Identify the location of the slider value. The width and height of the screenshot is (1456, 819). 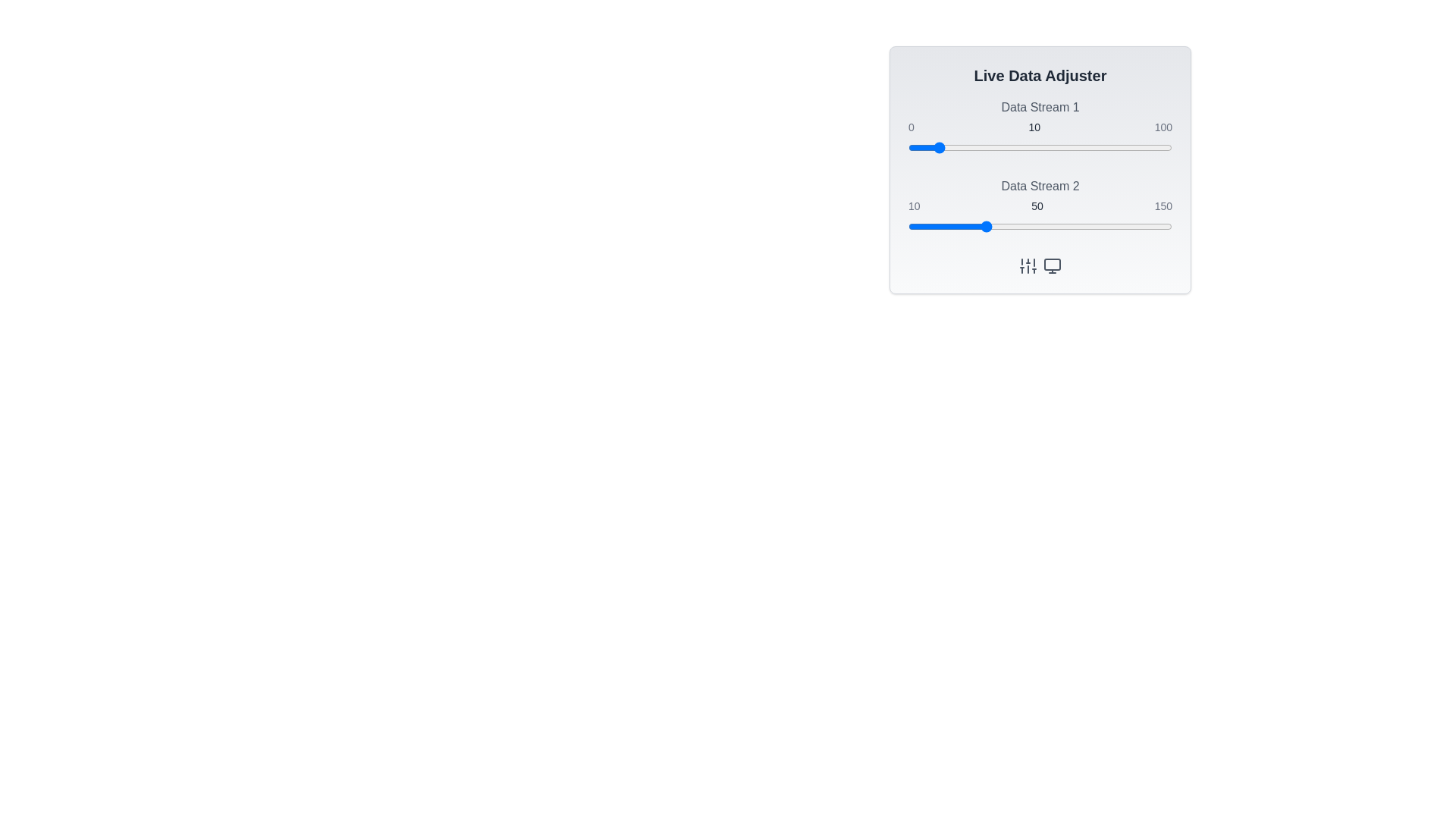
(996, 227).